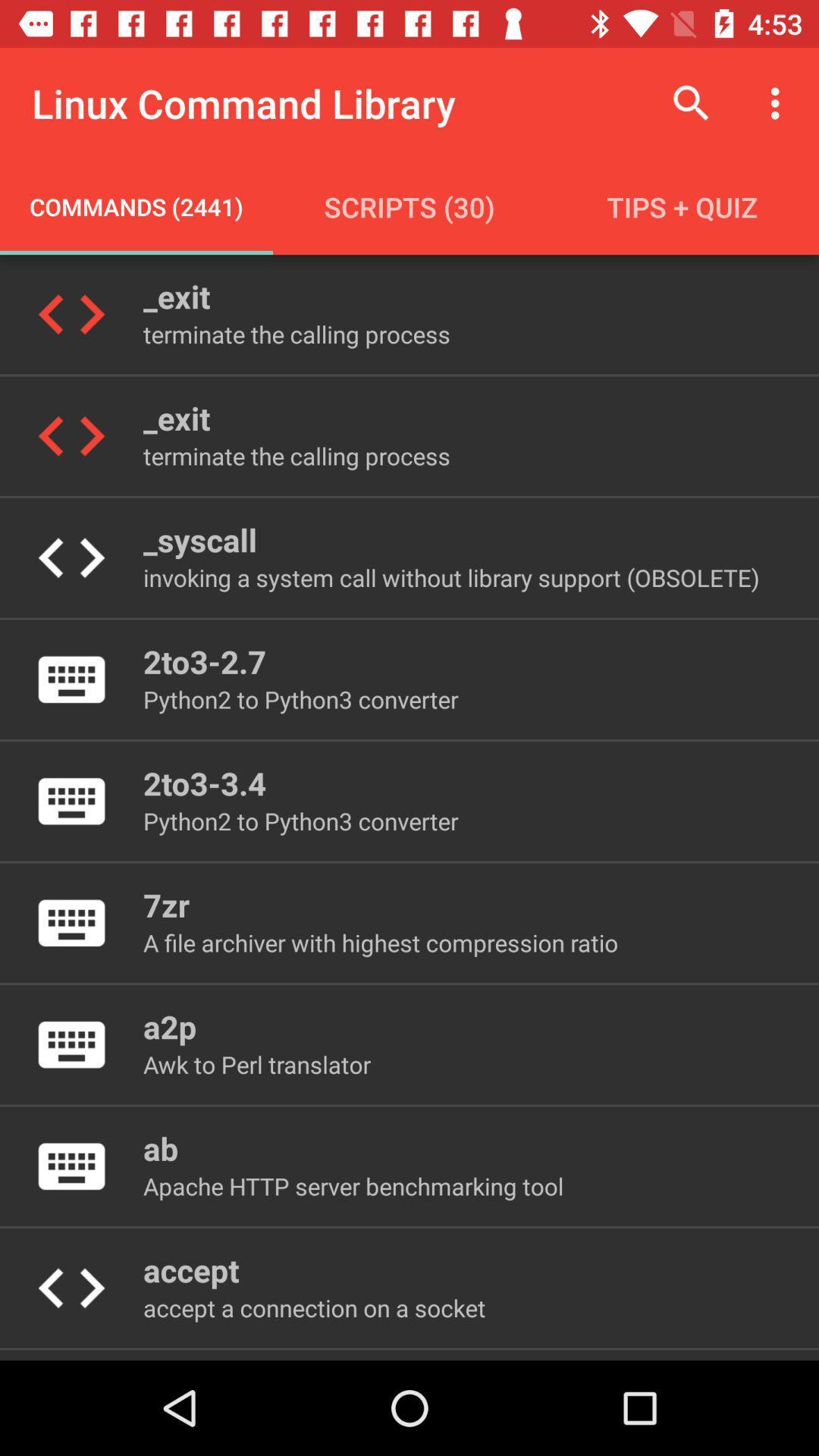 This screenshot has height=1456, width=819. Describe the element at coordinates (313, 1307) in the screenshot. I see `icon below the accept` at that location.